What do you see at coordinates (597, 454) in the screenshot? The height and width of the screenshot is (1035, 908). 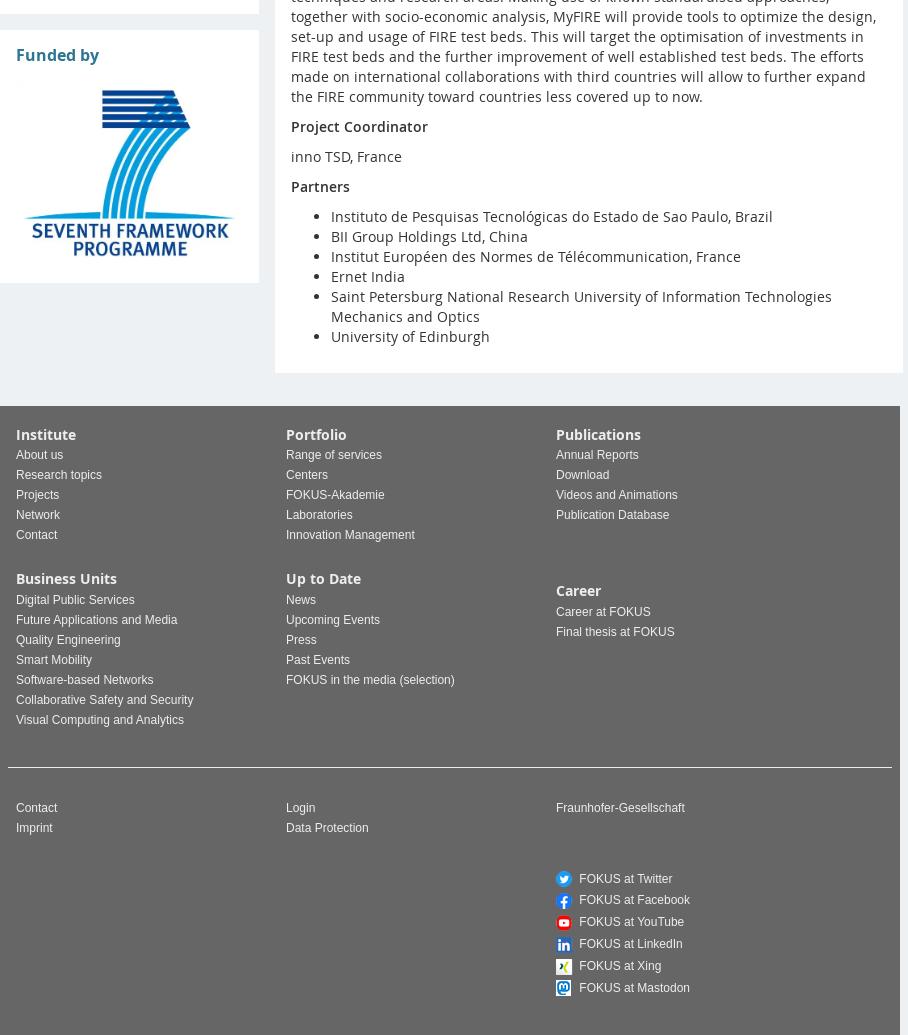 I see `'Annual Reports'` at bounding box center [597, 454].